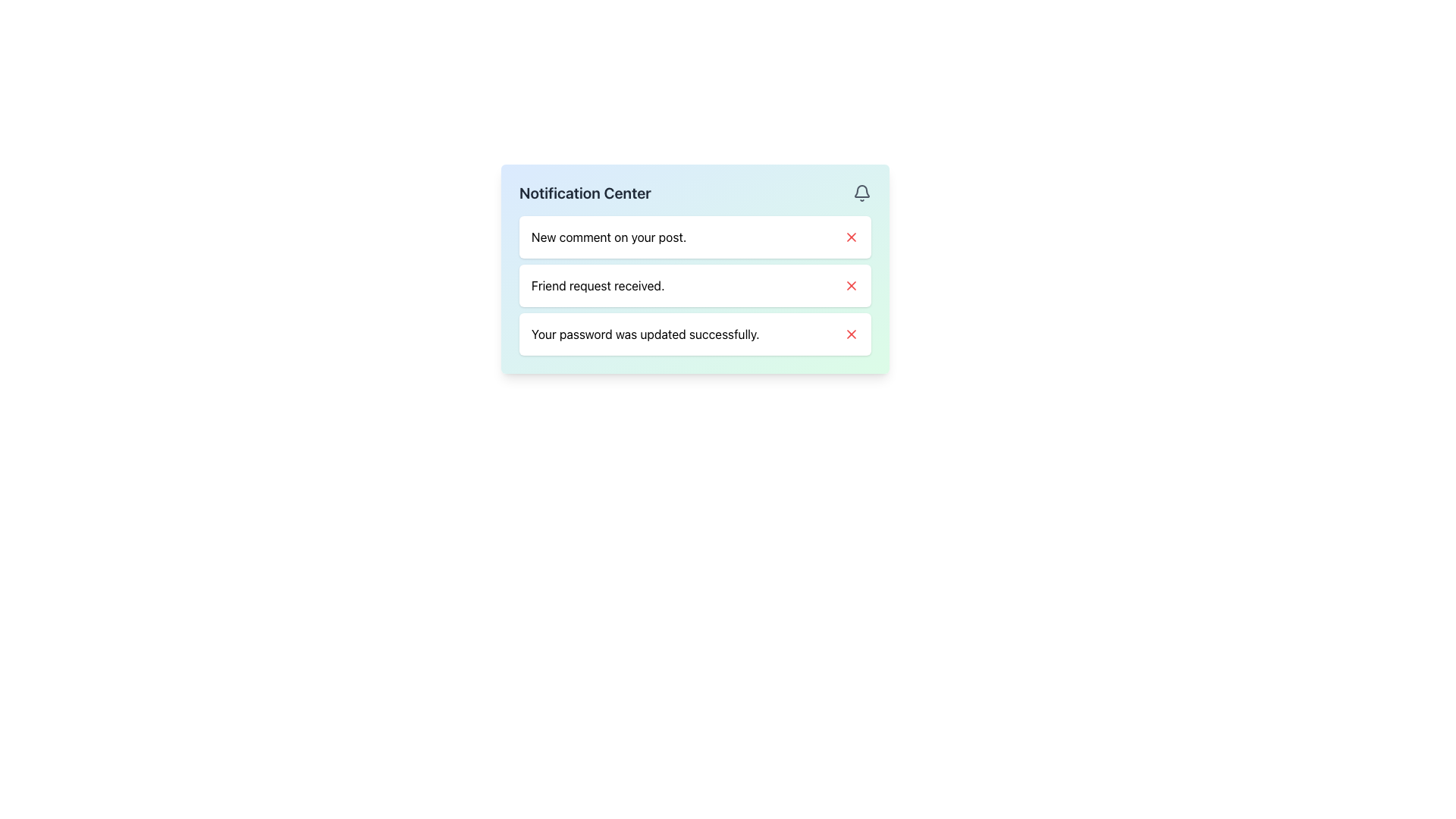 The width and height of the screenshot is (1456, 819). Describe the element at coordinates (597, 286) in the screenshot. I see `text element that says 'Friend request received.' displayed in a black font on a white background card, which is the second notification in a vertical list` at that location.